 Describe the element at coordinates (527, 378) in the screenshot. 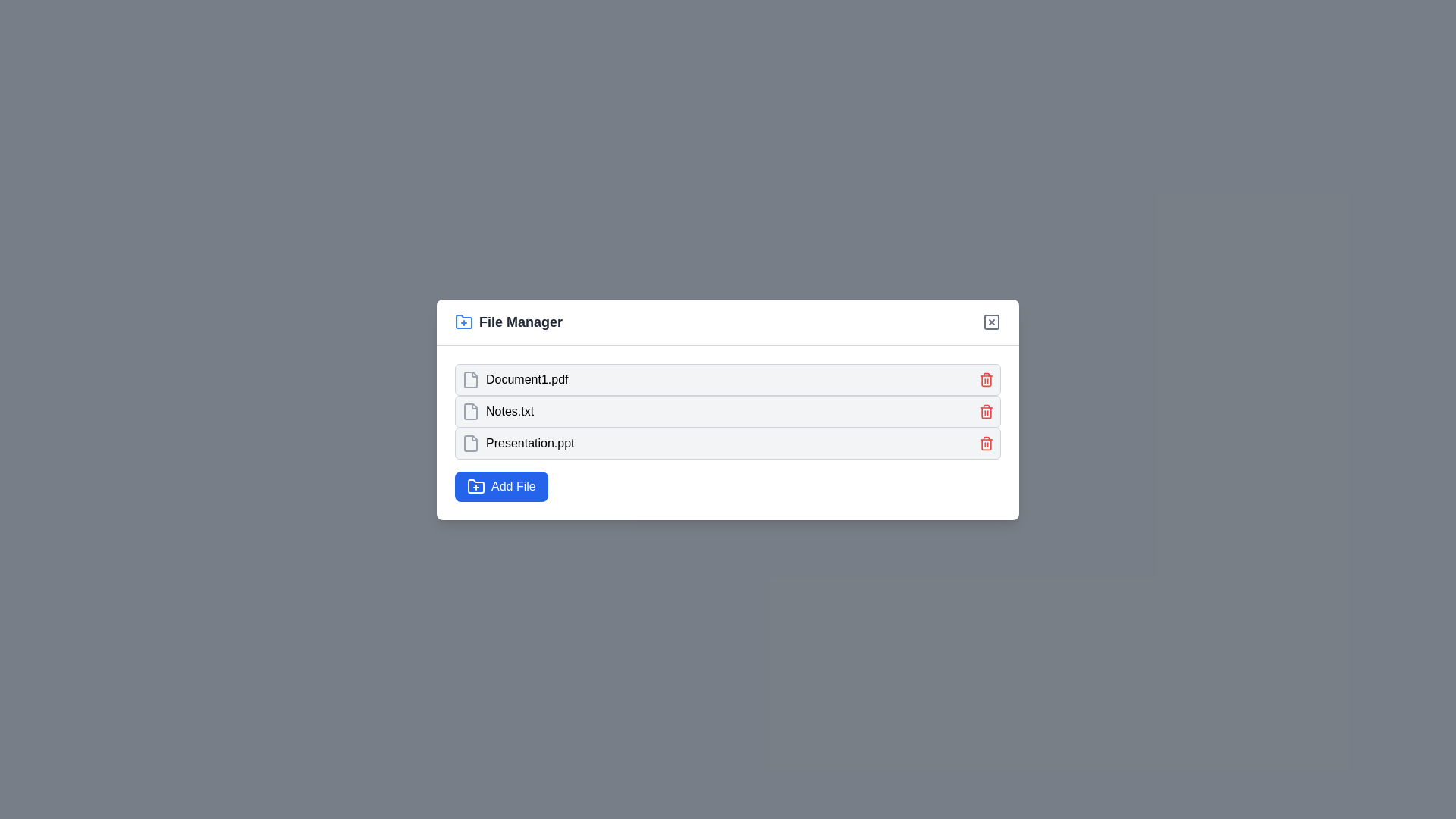

I see `on the text label 'Document1.pdf' located within the 'File Manager' window` at that location.